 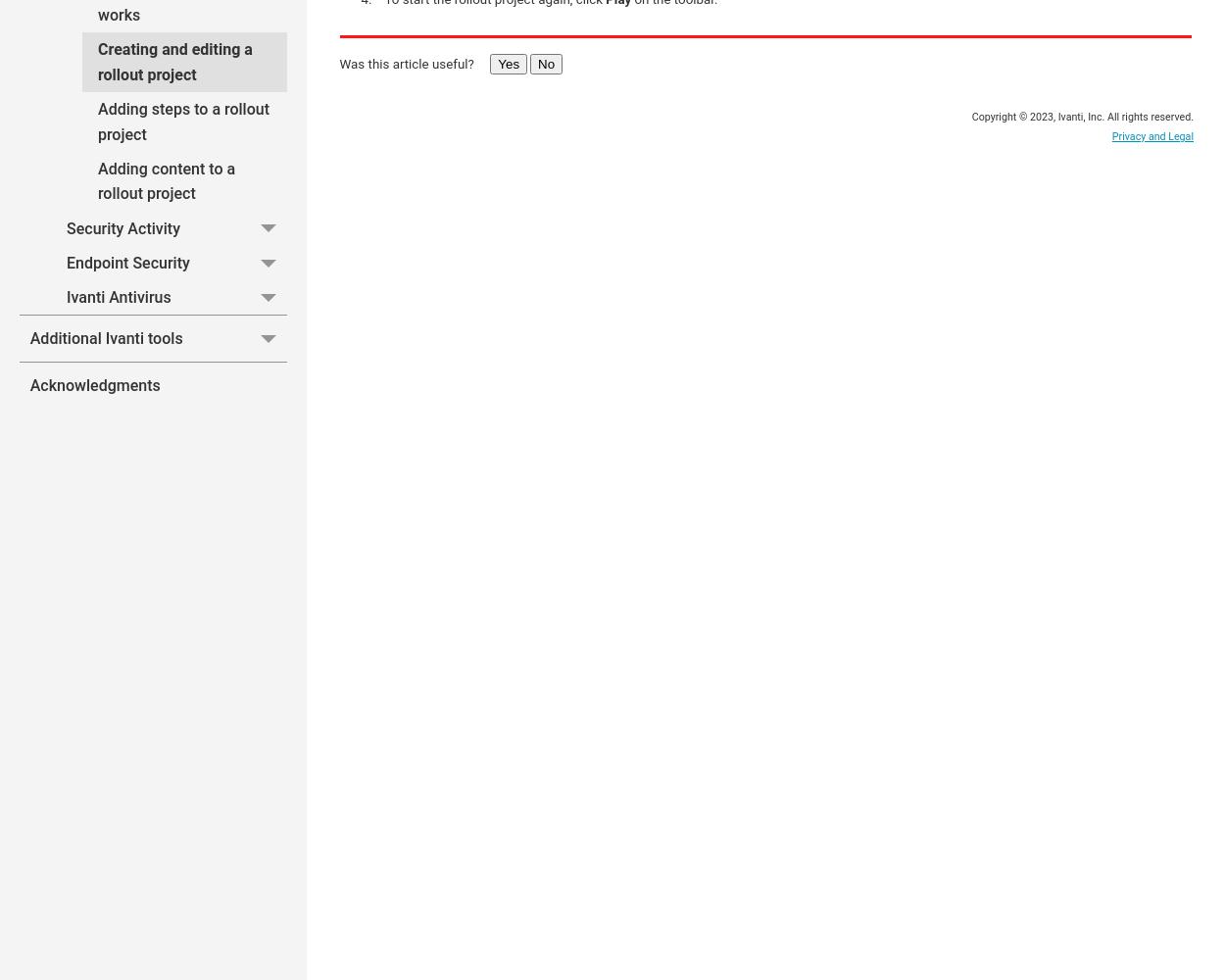 What do you see at coordinates (1152, 136) in the screenshot?
I see `'Privacy and Legal'` at bounding box center [1152, 136].